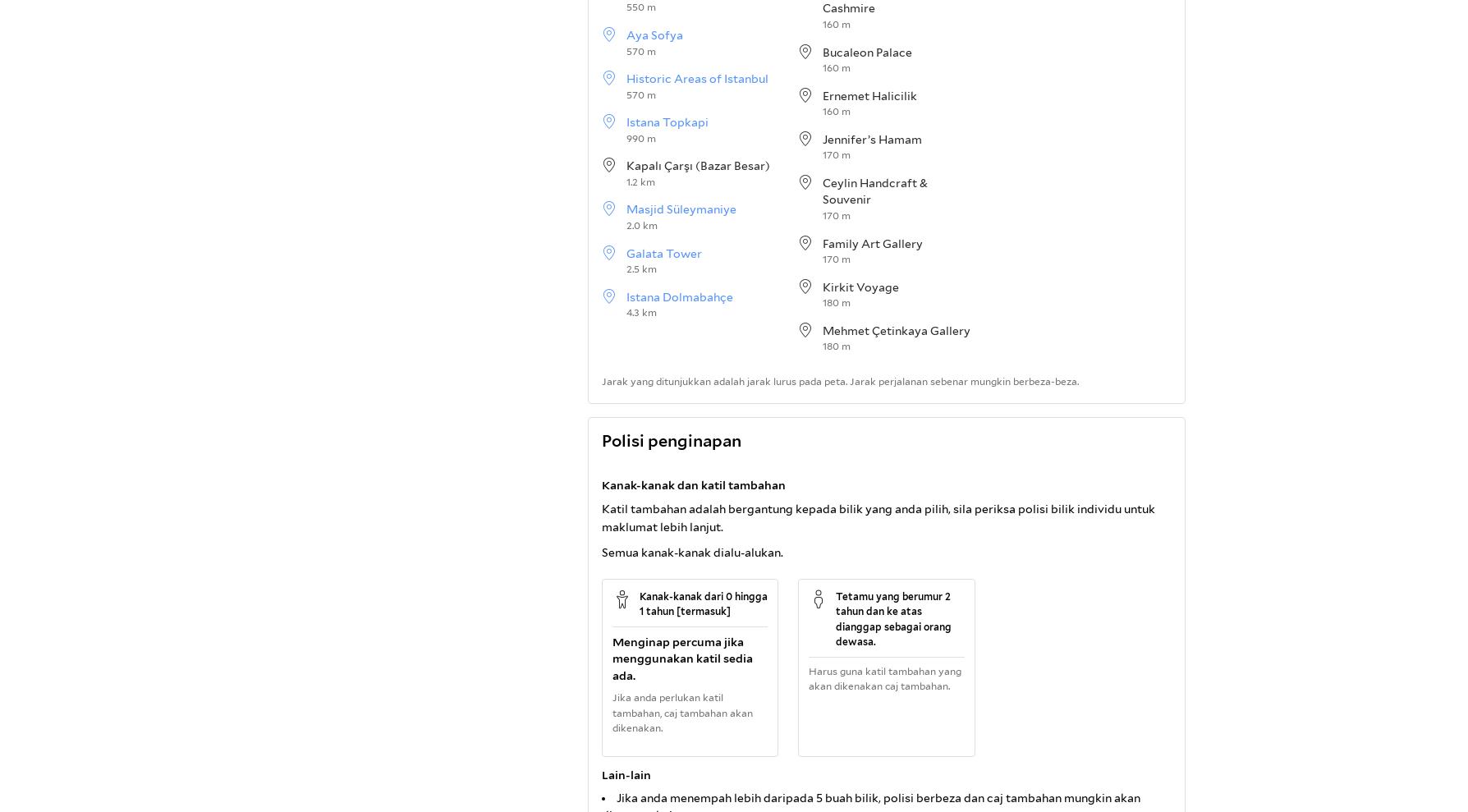 The image size is (1468, 812). Describe the element at coordinates (869, 94) in the screenshot. I see `'Ernemet Halicilik'` at that location.